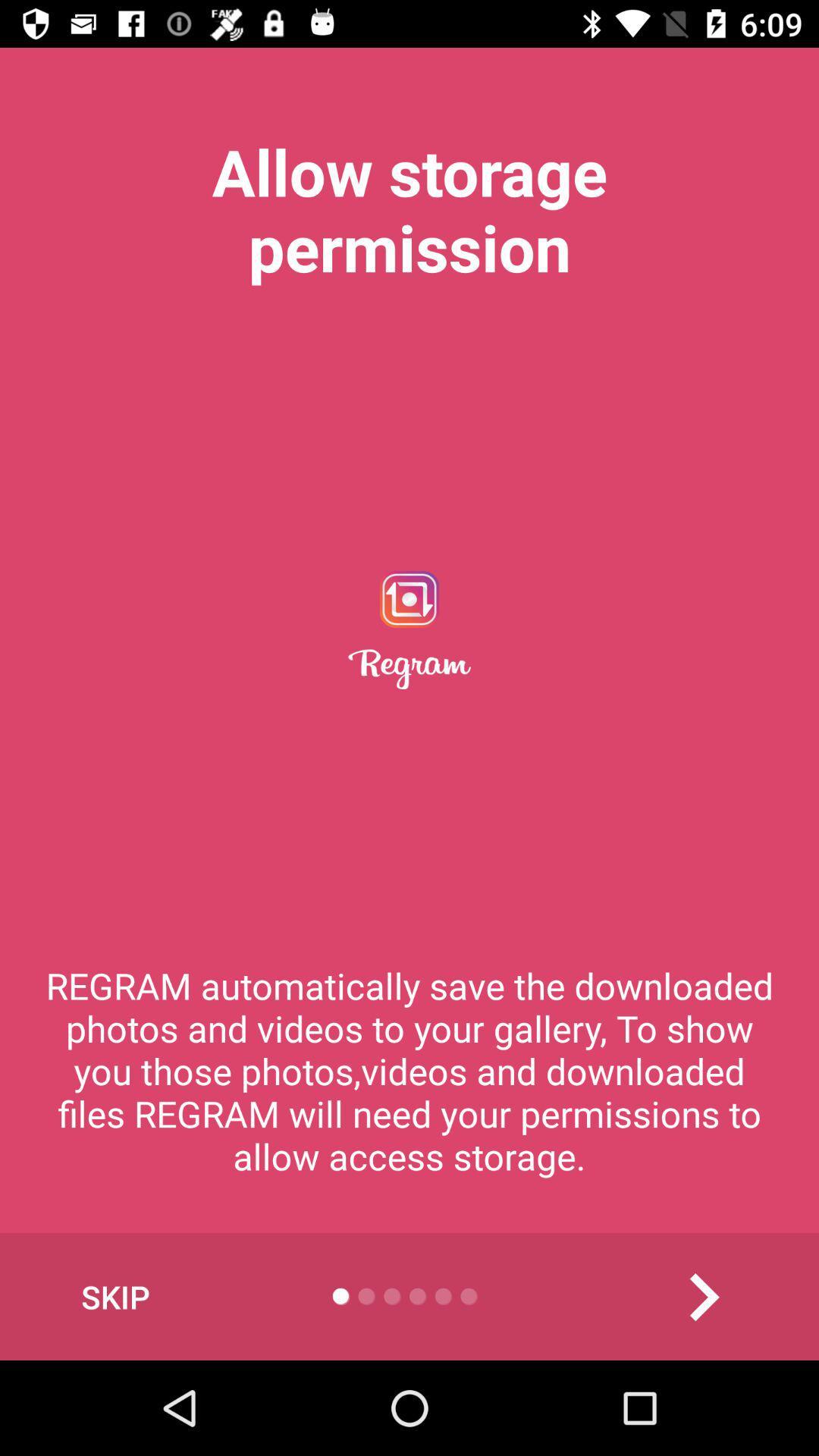 The height and width of the screenshot is (1456, 819). What do you see at coordinates (703, 1296) in the screenshot?
I see `the item at the bottom right corner` at bounding box center [703, 1296].